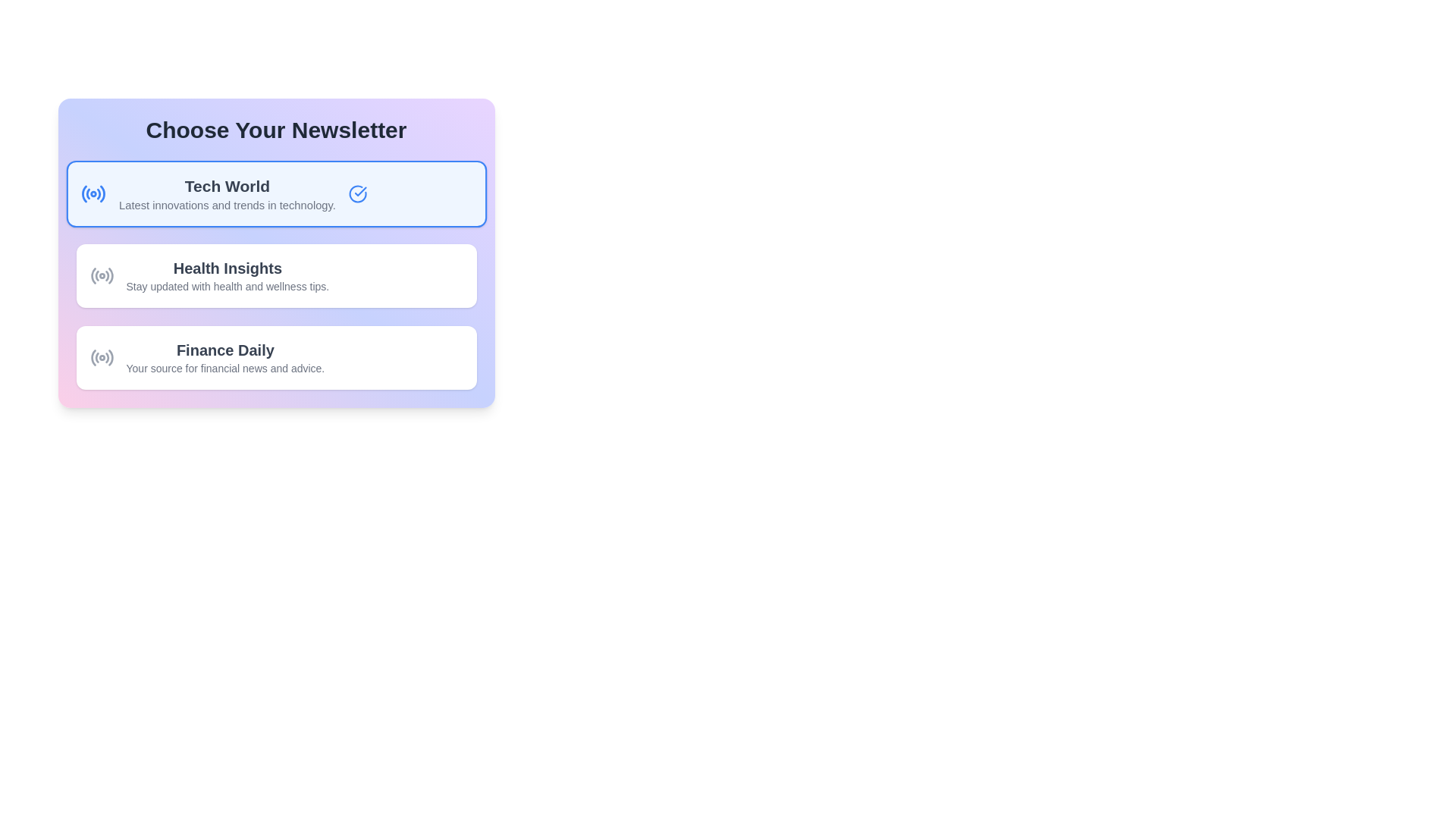 The image size is (1456, 819). I want to click on the 'Health Insights' newsletter icon, which is located to the left of the text label and is part of a list of subscription choices, so click(93, 275).